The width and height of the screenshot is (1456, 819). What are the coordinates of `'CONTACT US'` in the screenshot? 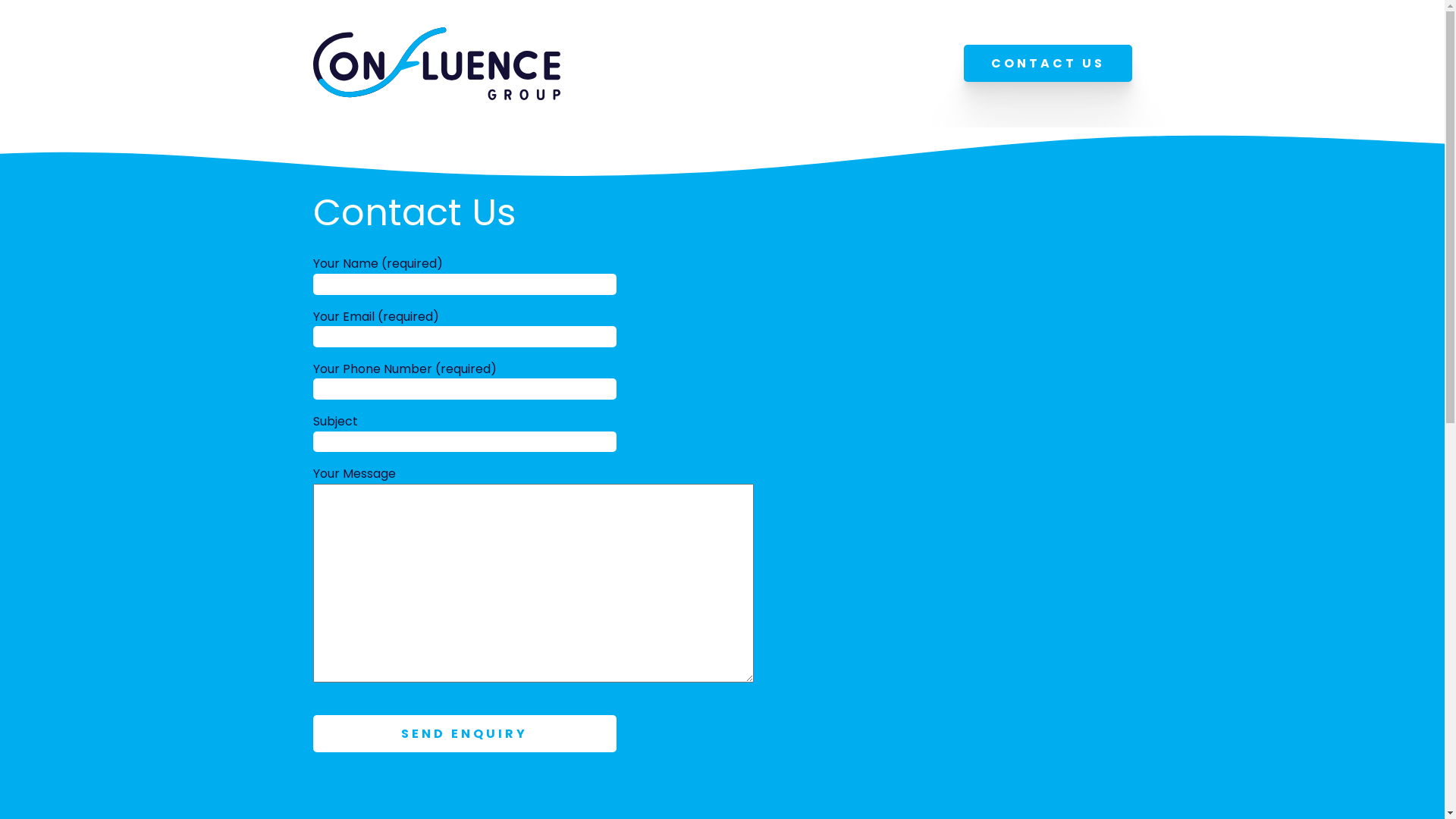 It's located at (1046, 62).